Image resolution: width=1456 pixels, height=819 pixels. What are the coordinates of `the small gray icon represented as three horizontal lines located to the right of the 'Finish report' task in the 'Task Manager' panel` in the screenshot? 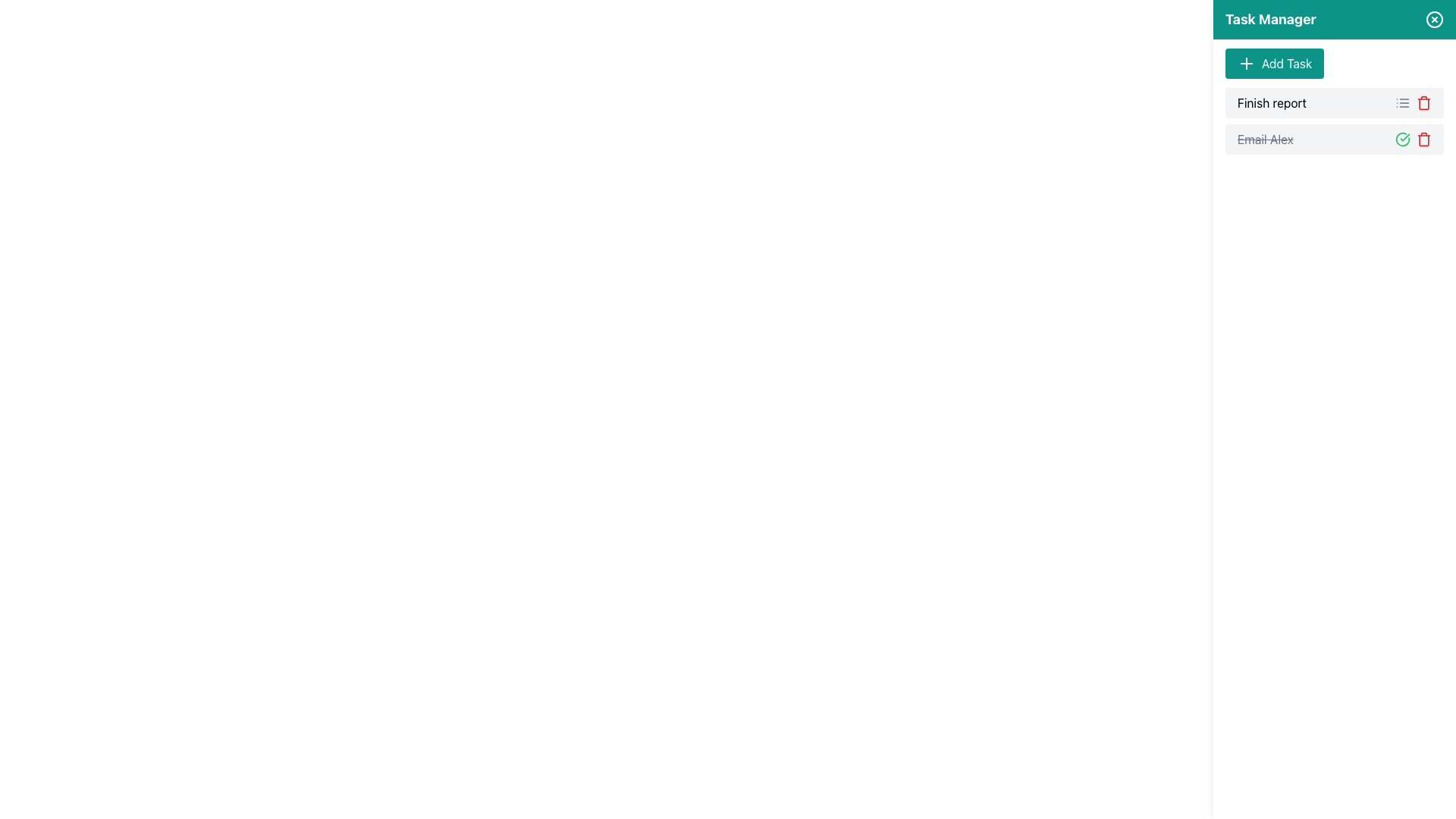 It's located at (1401, 102).